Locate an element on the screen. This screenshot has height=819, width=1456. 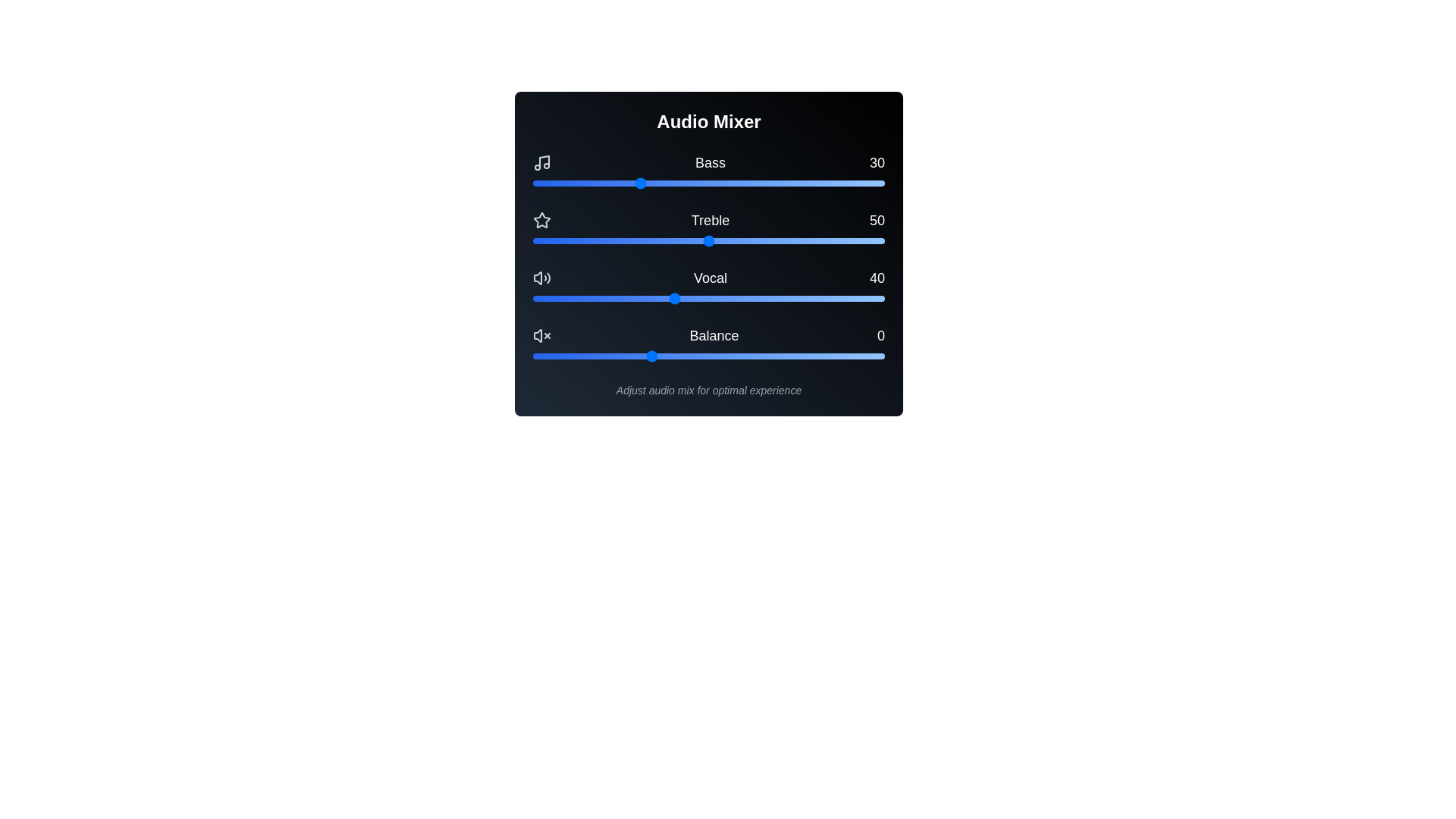
the balance slider to 20 within its range of -50 to 100 is located at coordinates (696, 356).